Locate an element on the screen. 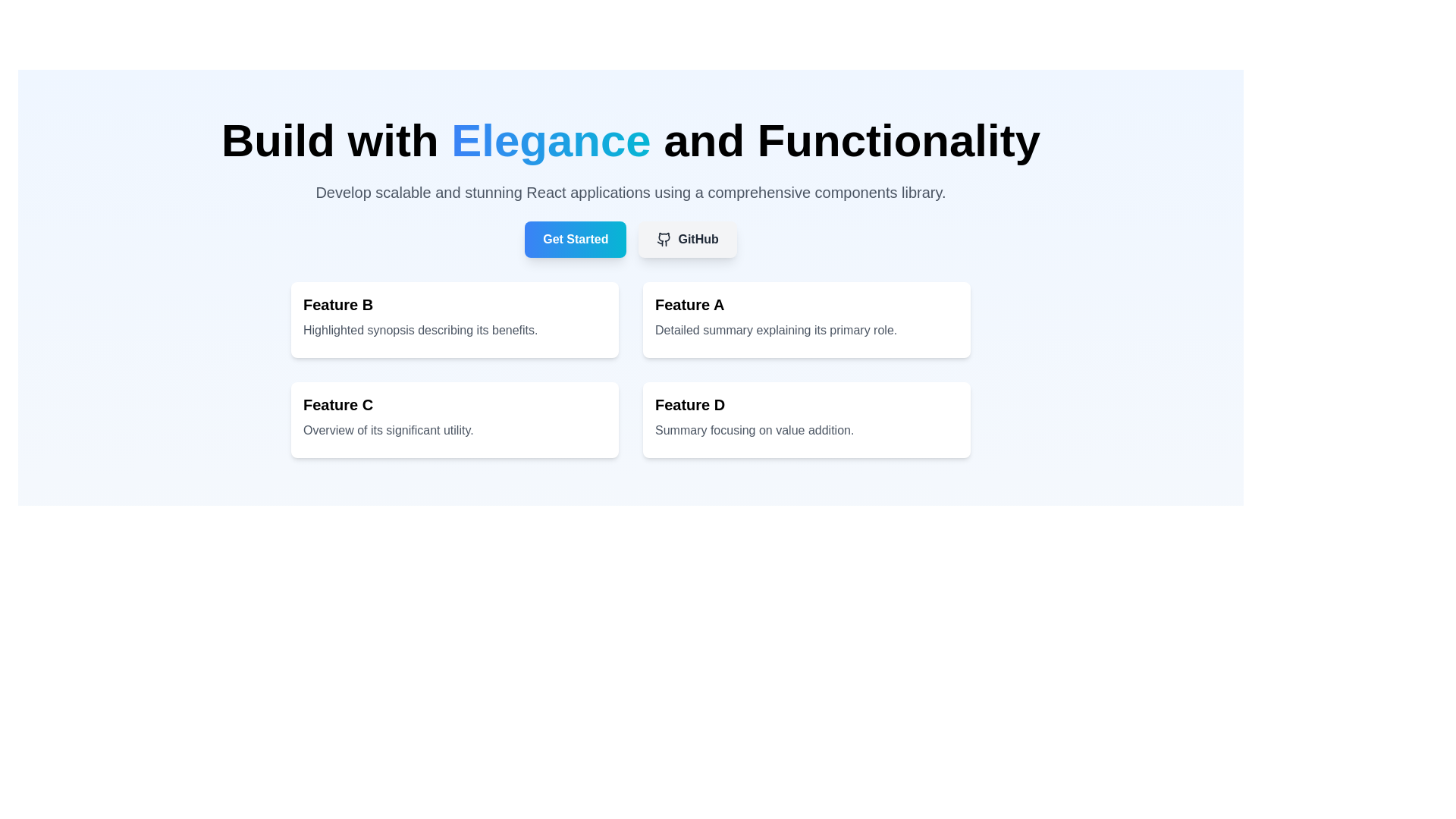  the Card that presents 'Feature A', which is the second card in a two-column grid layout, located in the first row, second column is located at coordinates (806, 318).